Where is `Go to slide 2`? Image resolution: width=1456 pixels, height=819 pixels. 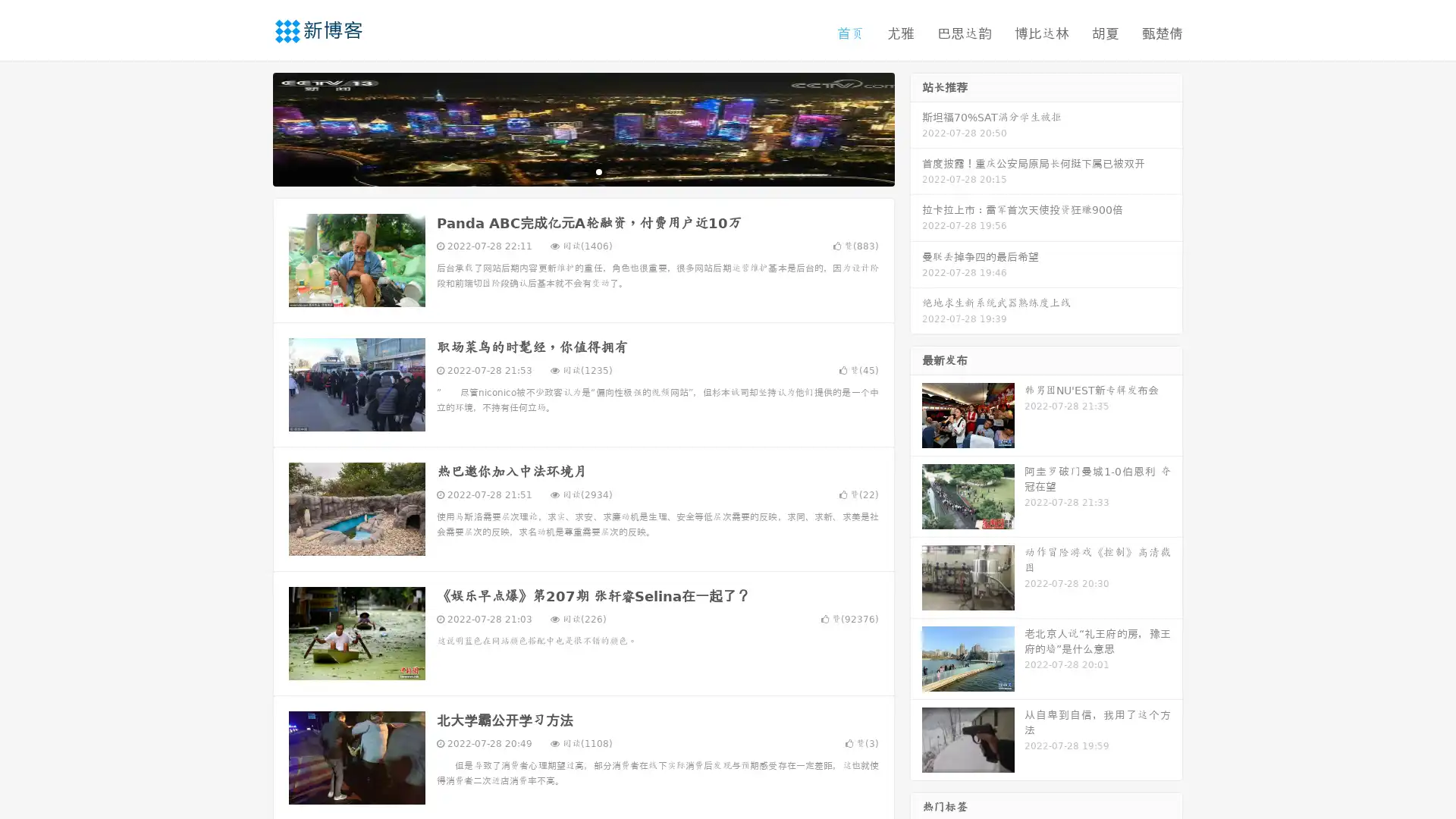 Go to slide 2 is located at coordinates (582, 171).